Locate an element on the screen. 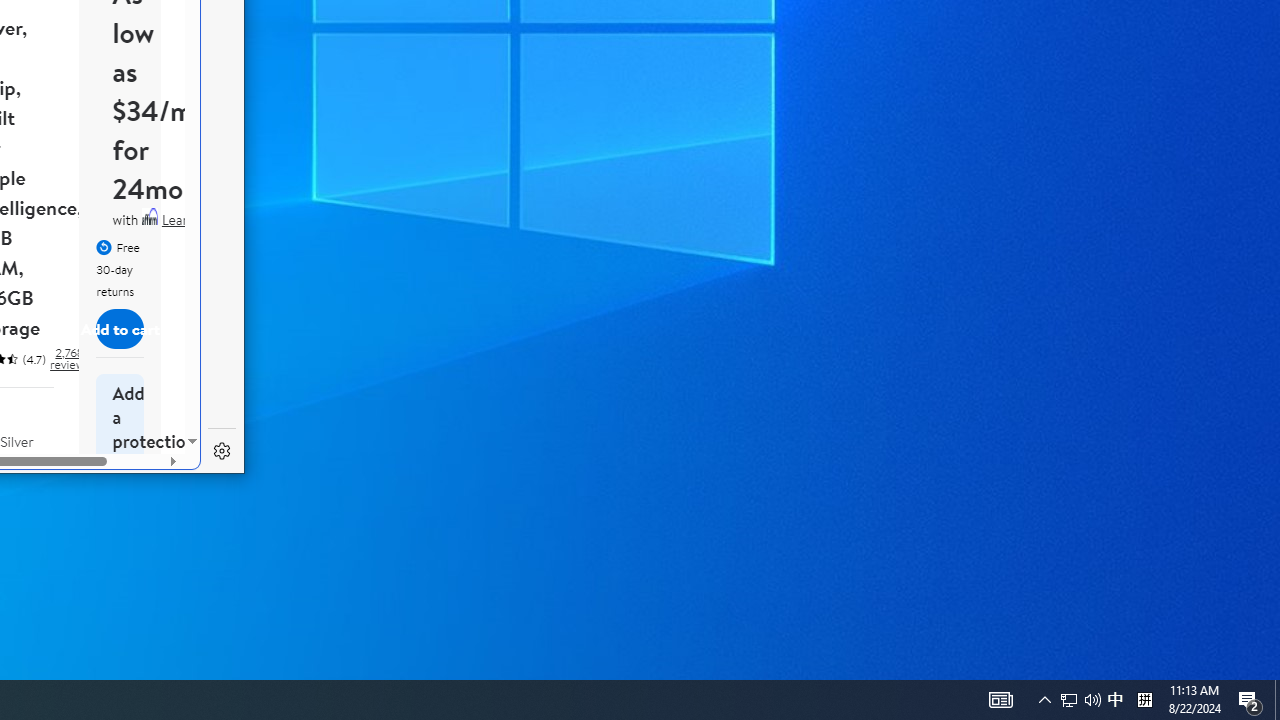 The image size is (1280, 720). 'Show desktop' is located at coordinates (1276, 698).